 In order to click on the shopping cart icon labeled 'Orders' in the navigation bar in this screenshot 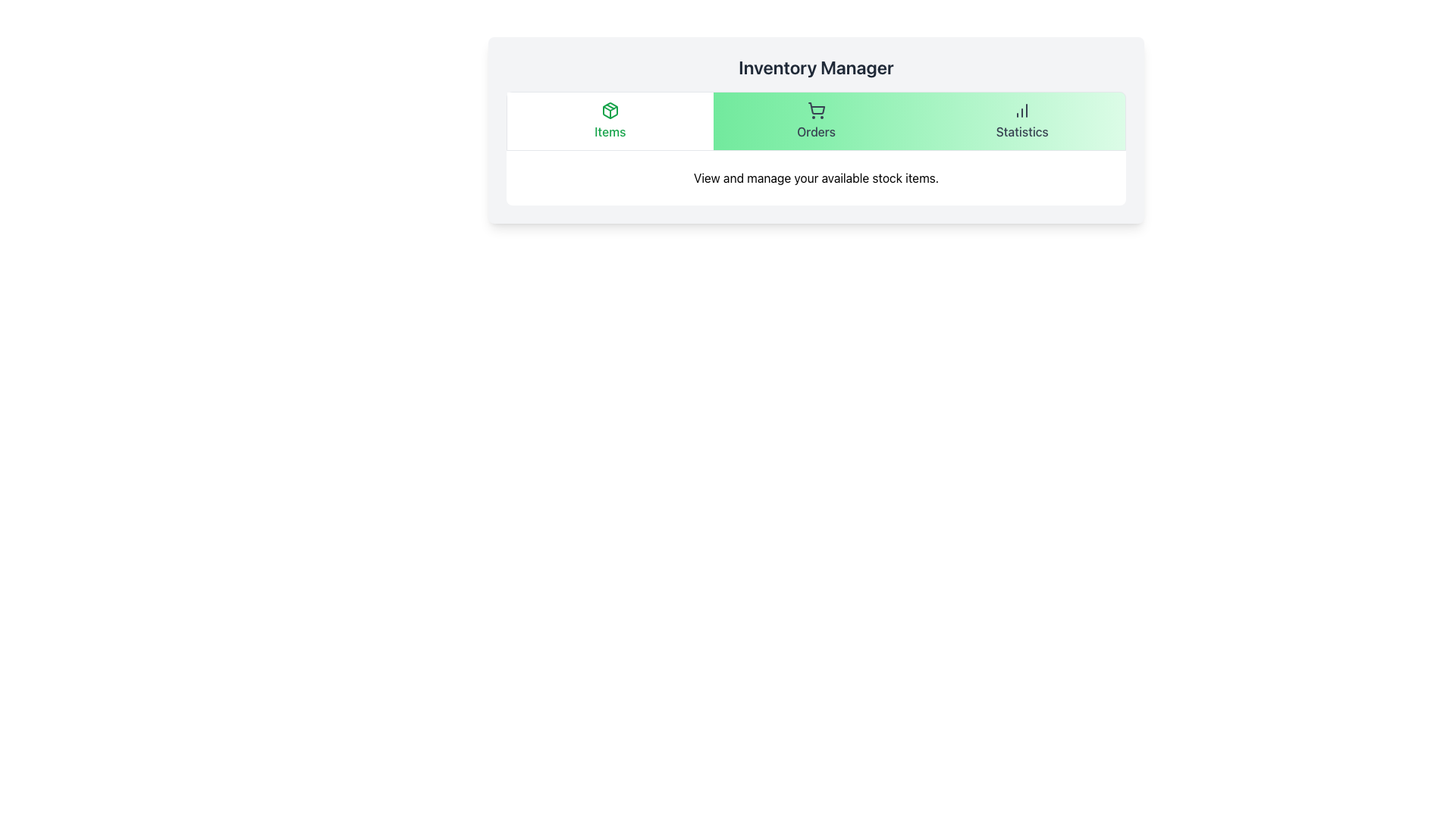, I will do `click(815, 120)`.